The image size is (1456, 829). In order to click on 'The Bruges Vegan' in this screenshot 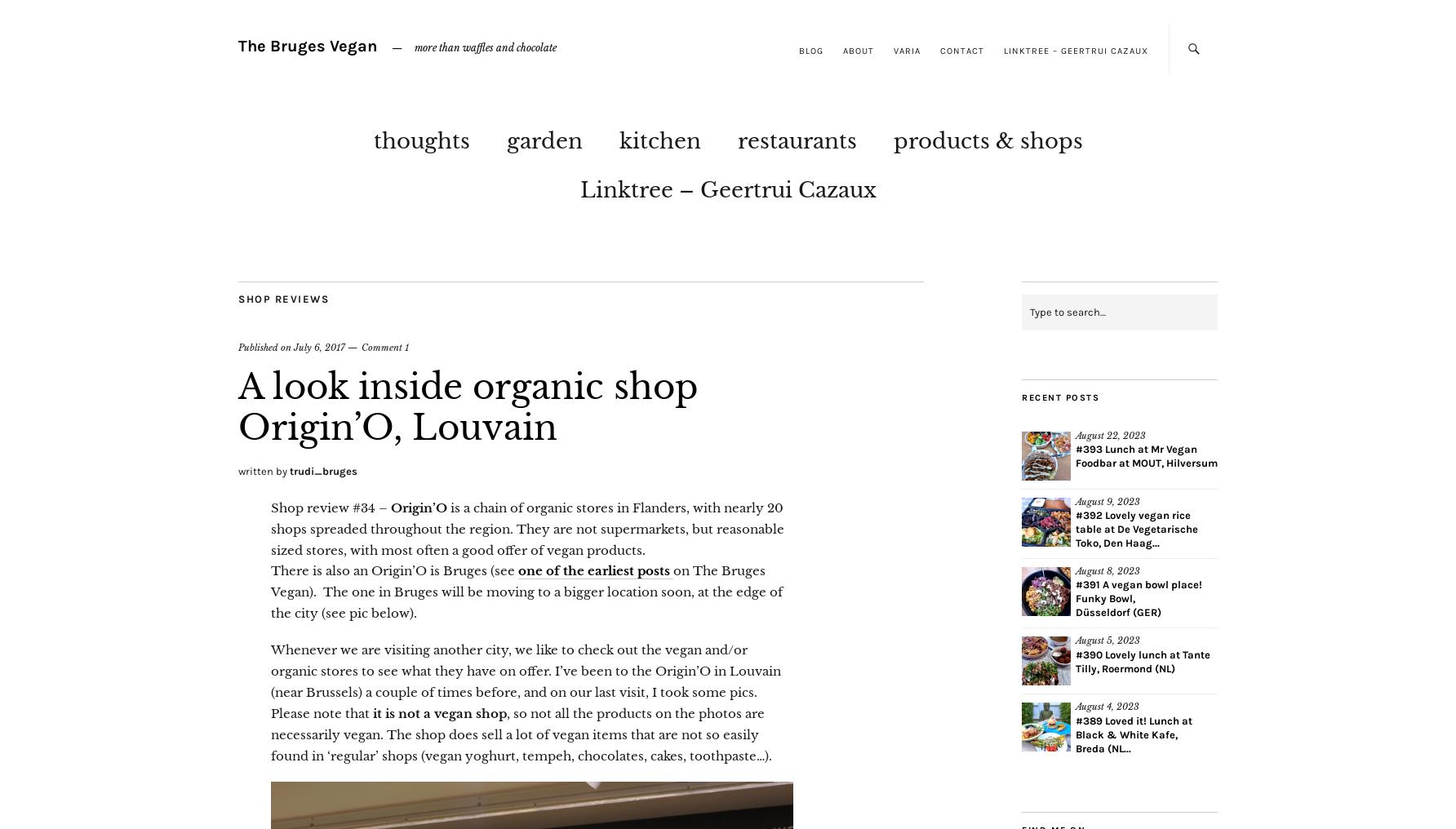, I will do `click(238, 45)`.